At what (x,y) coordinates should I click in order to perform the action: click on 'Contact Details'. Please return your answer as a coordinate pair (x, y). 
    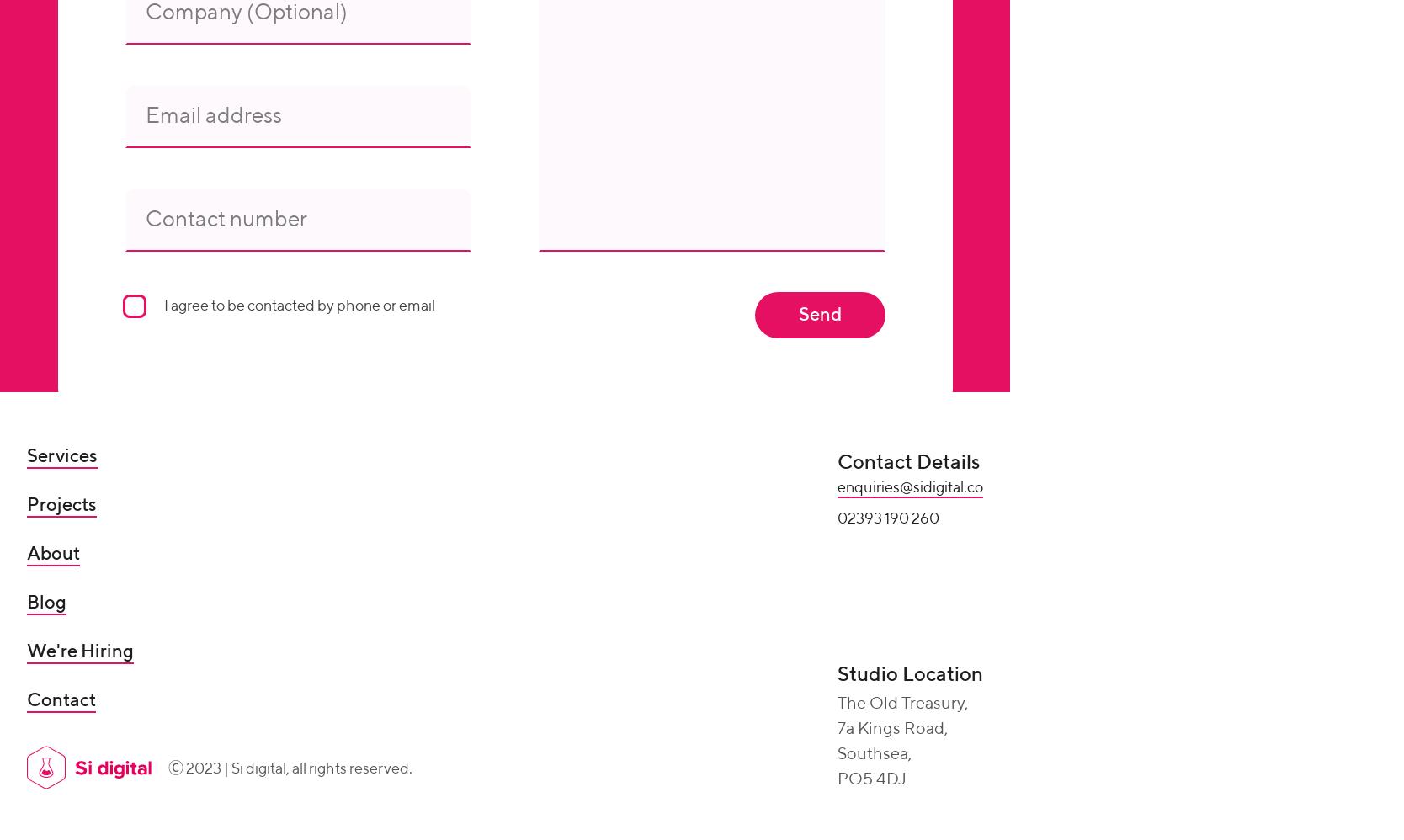
    Looking at the image, I should click on (837, 462).